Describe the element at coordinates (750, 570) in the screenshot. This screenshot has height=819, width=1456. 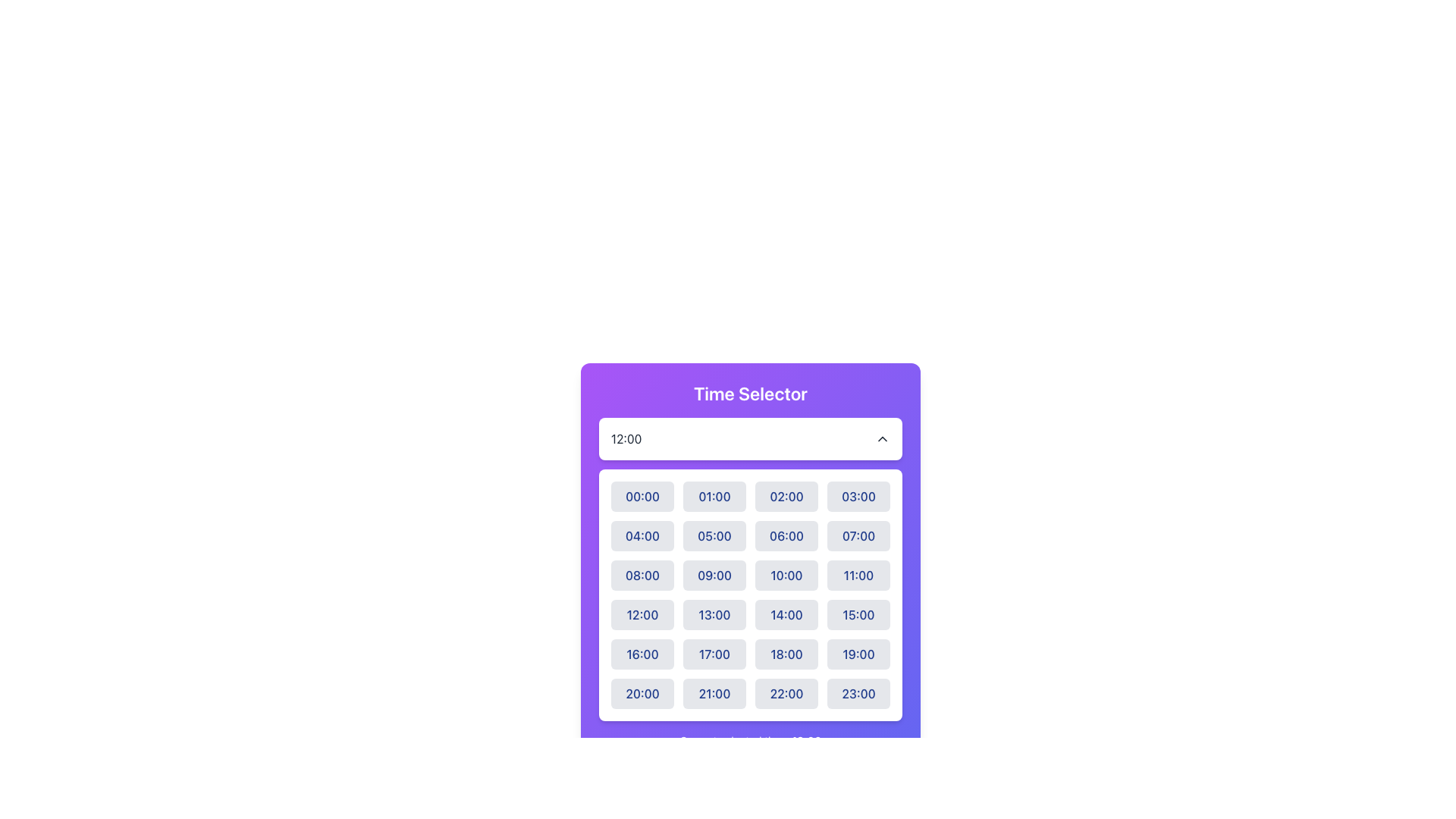
I see `a time slot in the grid layout below the 'Time Selector' header` at that location.